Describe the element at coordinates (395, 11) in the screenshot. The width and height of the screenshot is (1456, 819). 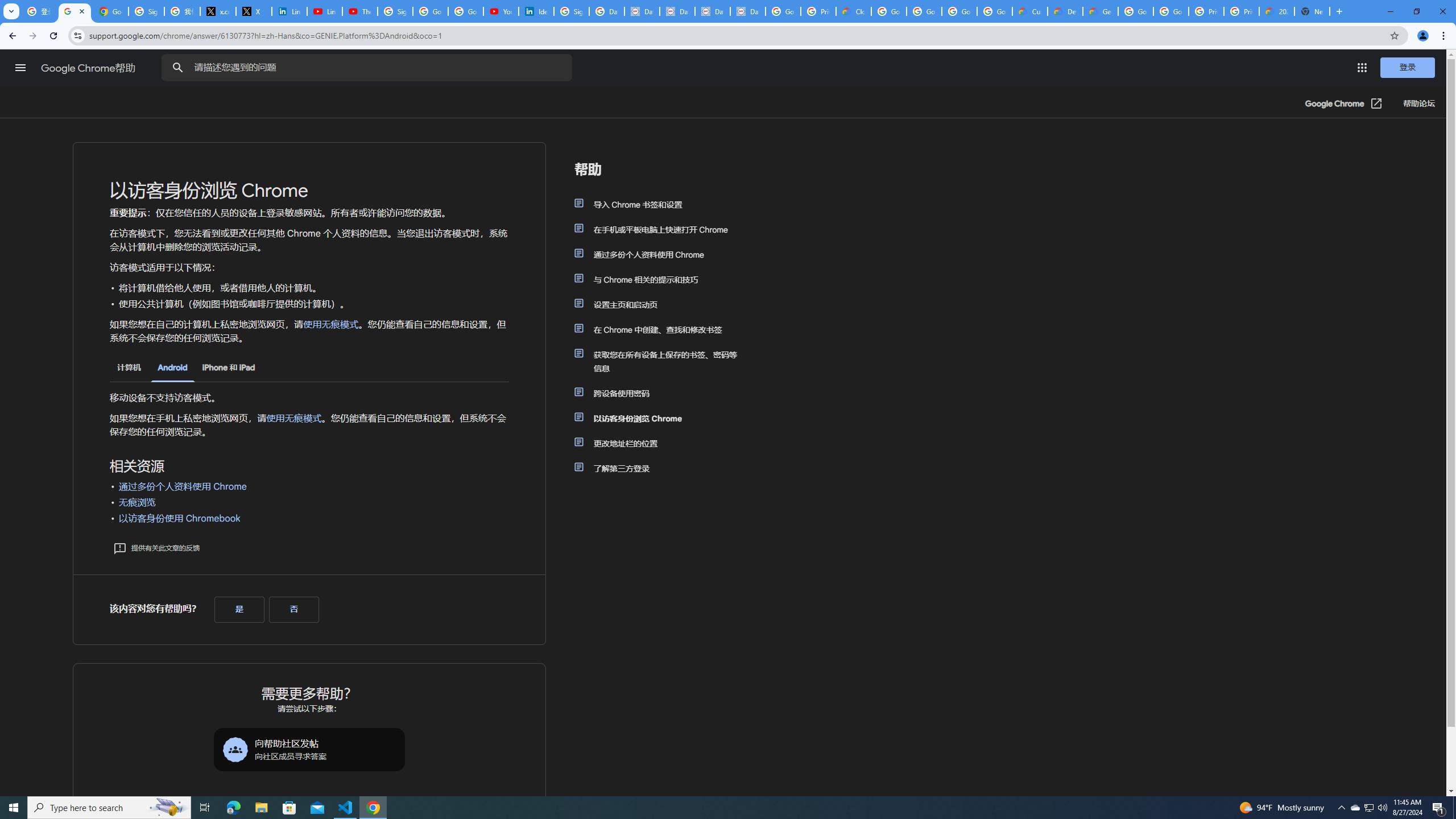
I see `'Sign in - Google Accounts'` at that location.